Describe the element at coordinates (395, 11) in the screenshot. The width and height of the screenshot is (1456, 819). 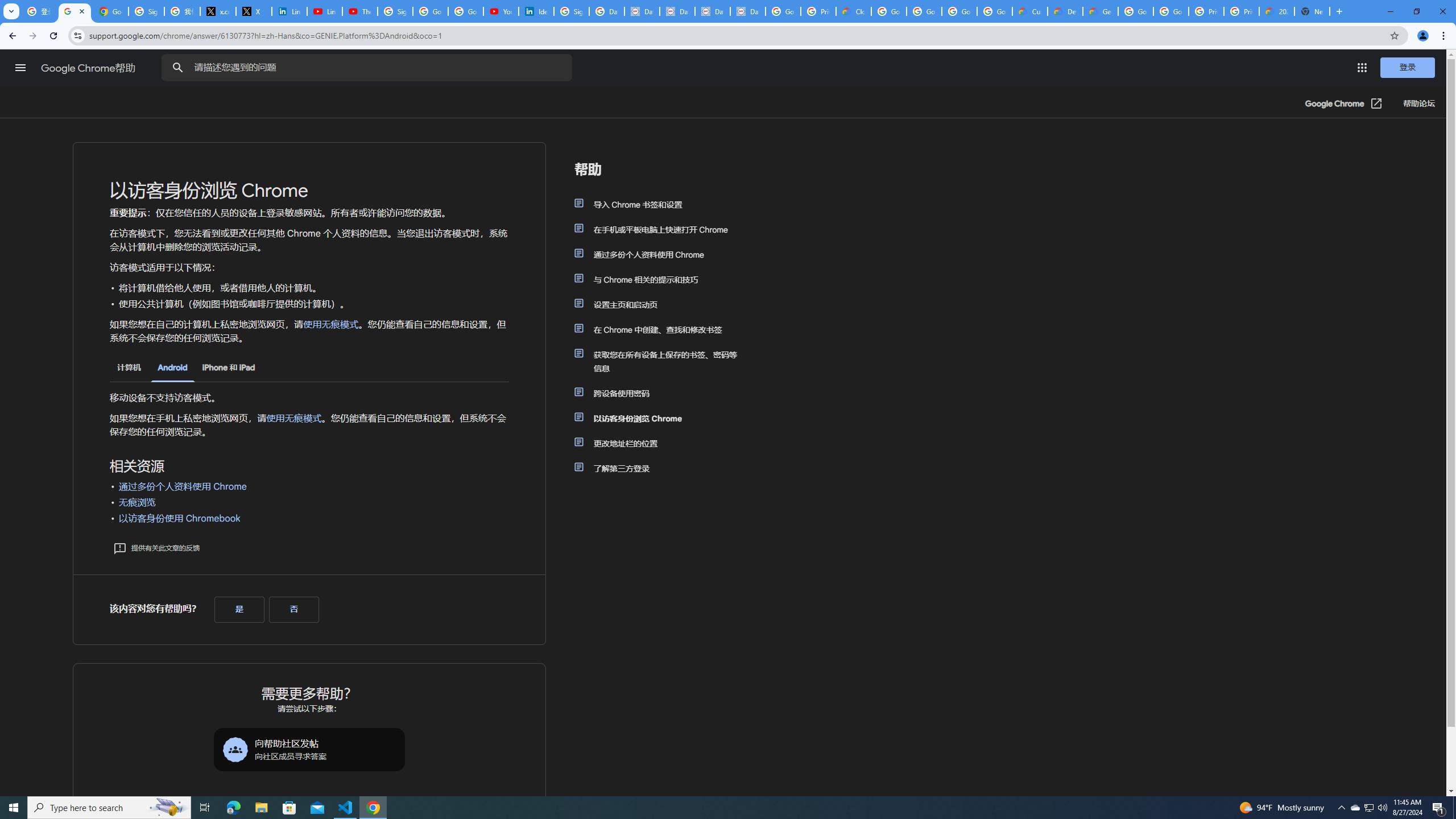
I see `'Sign in - Google Accounts'` at that location.